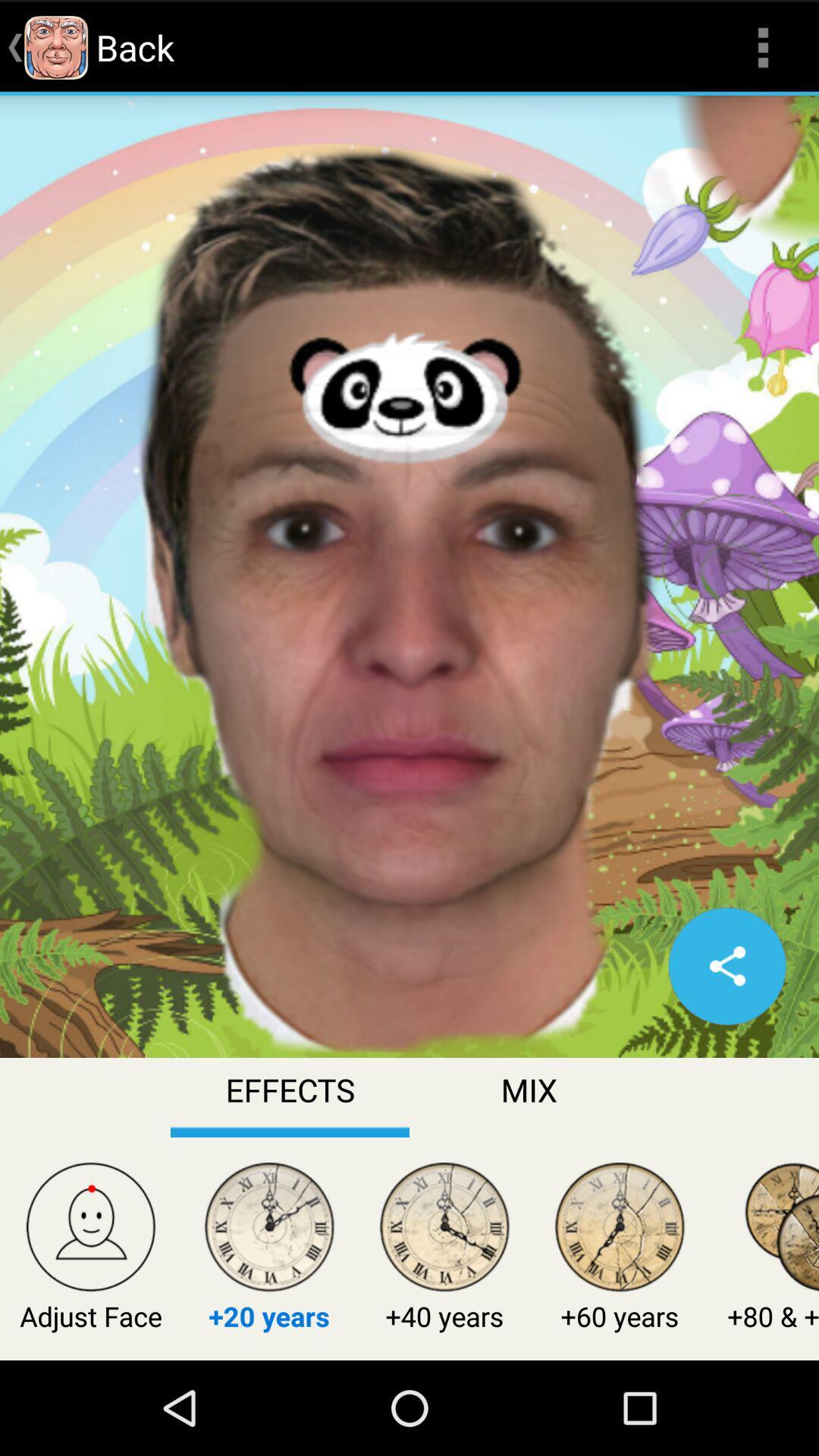 This screenshot has height=1456, width=819. Describe the element at coordinates (90, 1230) in the screenshot. I see `icon above adjust face` at that location.